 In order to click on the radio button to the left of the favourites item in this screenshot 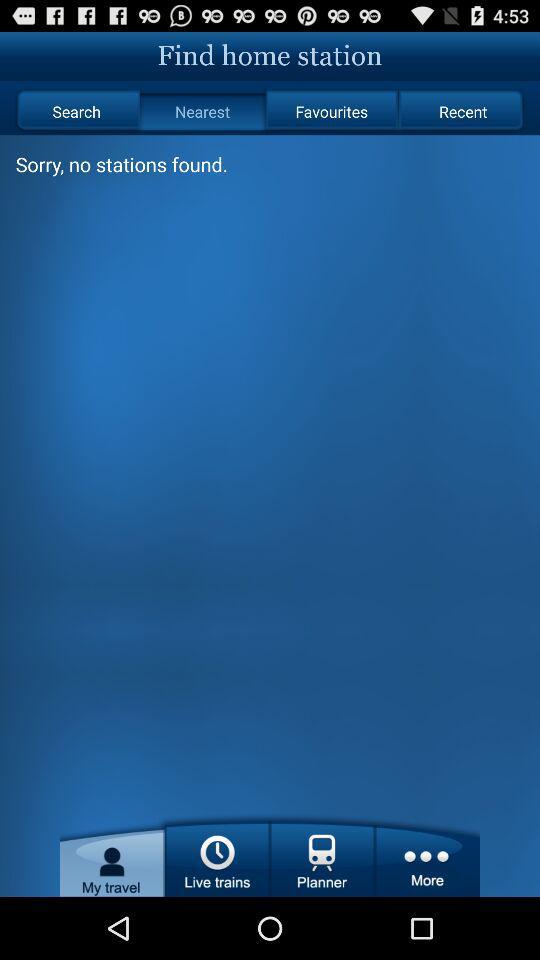, I will do `click(202, 111)`.